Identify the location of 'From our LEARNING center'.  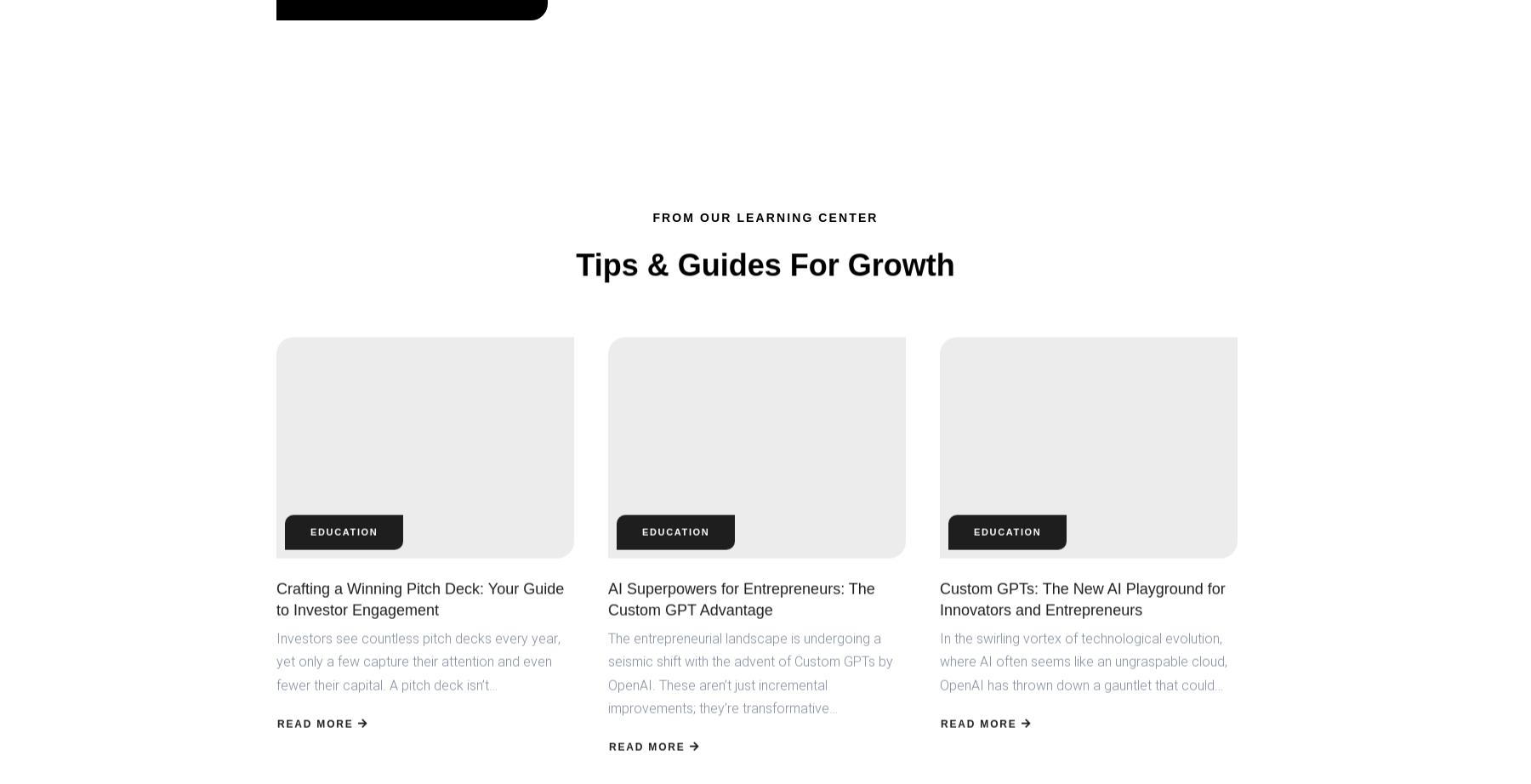
(765, 216).